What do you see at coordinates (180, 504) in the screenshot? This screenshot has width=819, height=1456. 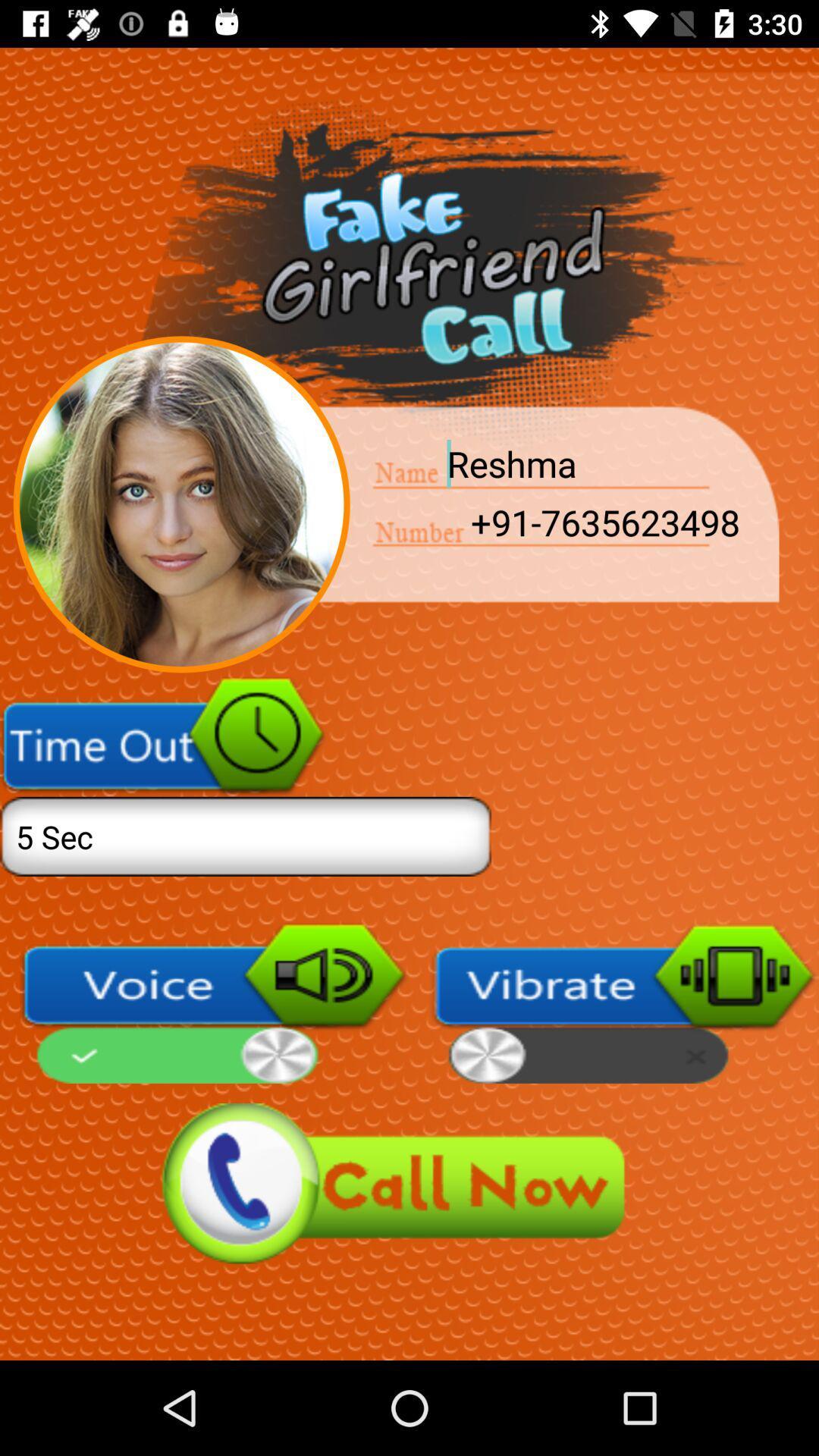 I see `profile picture` at bounding box center [180, 504].